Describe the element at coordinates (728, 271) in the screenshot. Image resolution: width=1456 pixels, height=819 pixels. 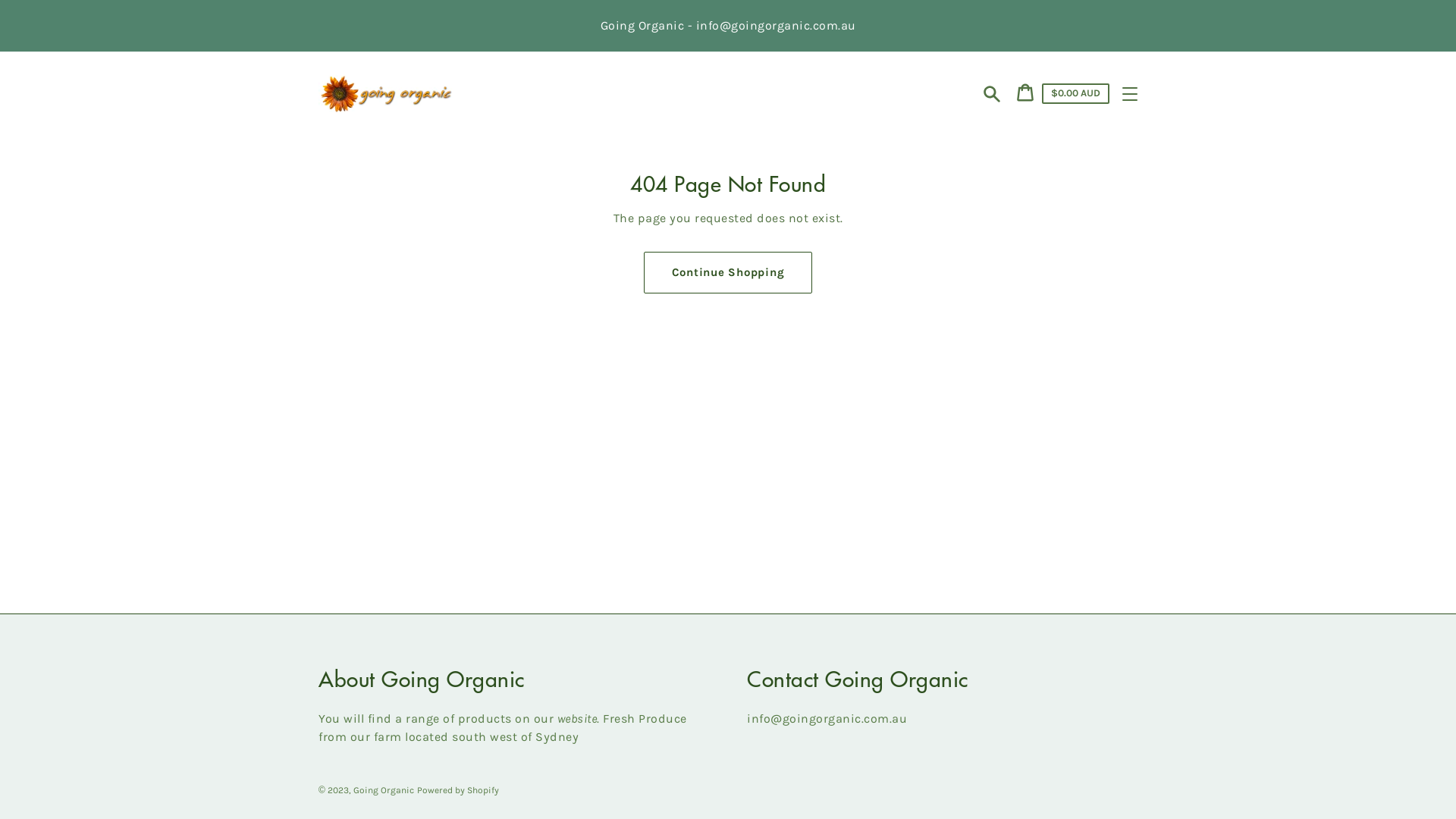
I see `'Continue Shopping'` at that location.